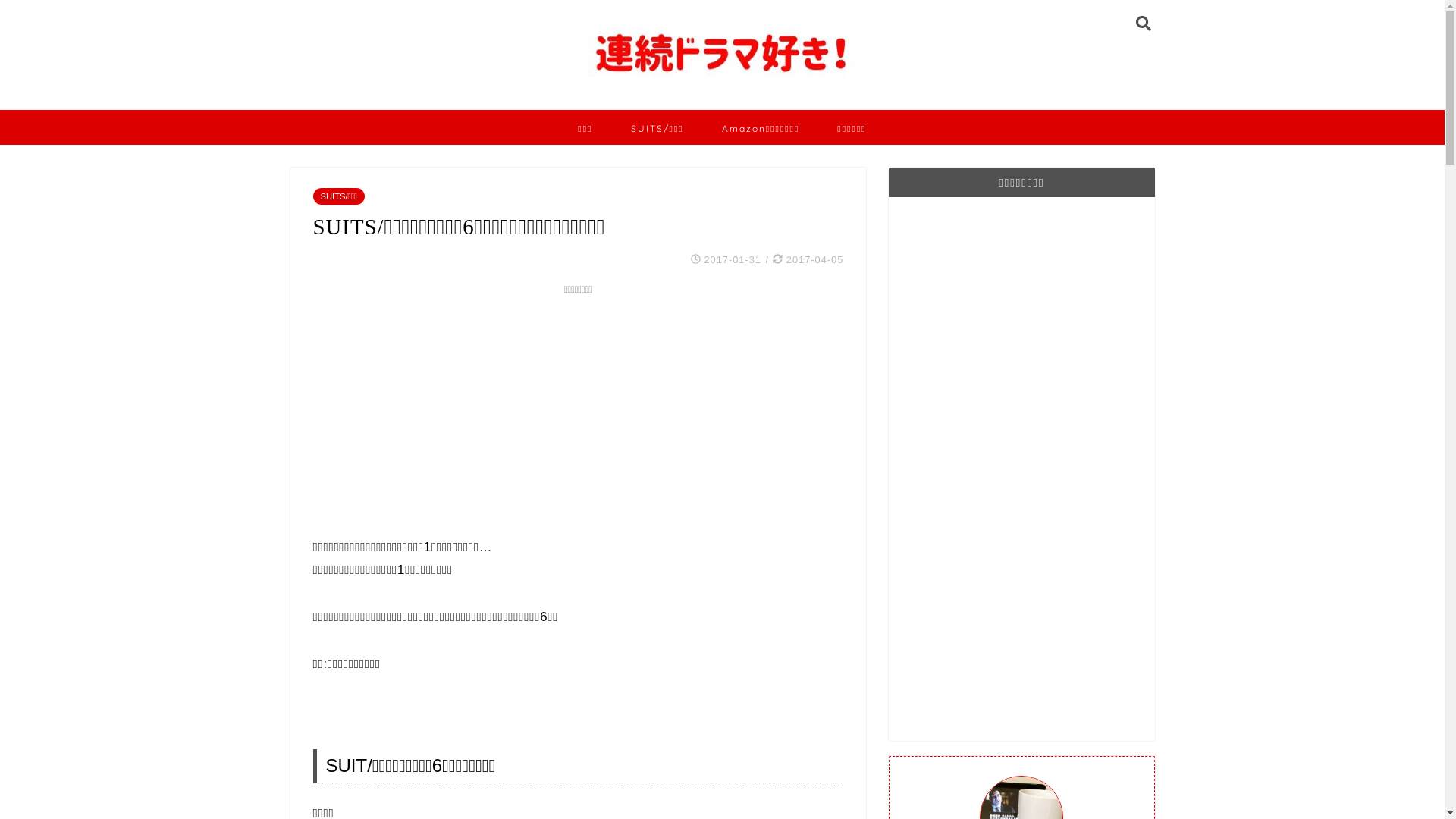 The image size is (1456, 819). Describe the element at coordinates (1021, 467) in the screenshot. I see `'Advertisement'` at that location.